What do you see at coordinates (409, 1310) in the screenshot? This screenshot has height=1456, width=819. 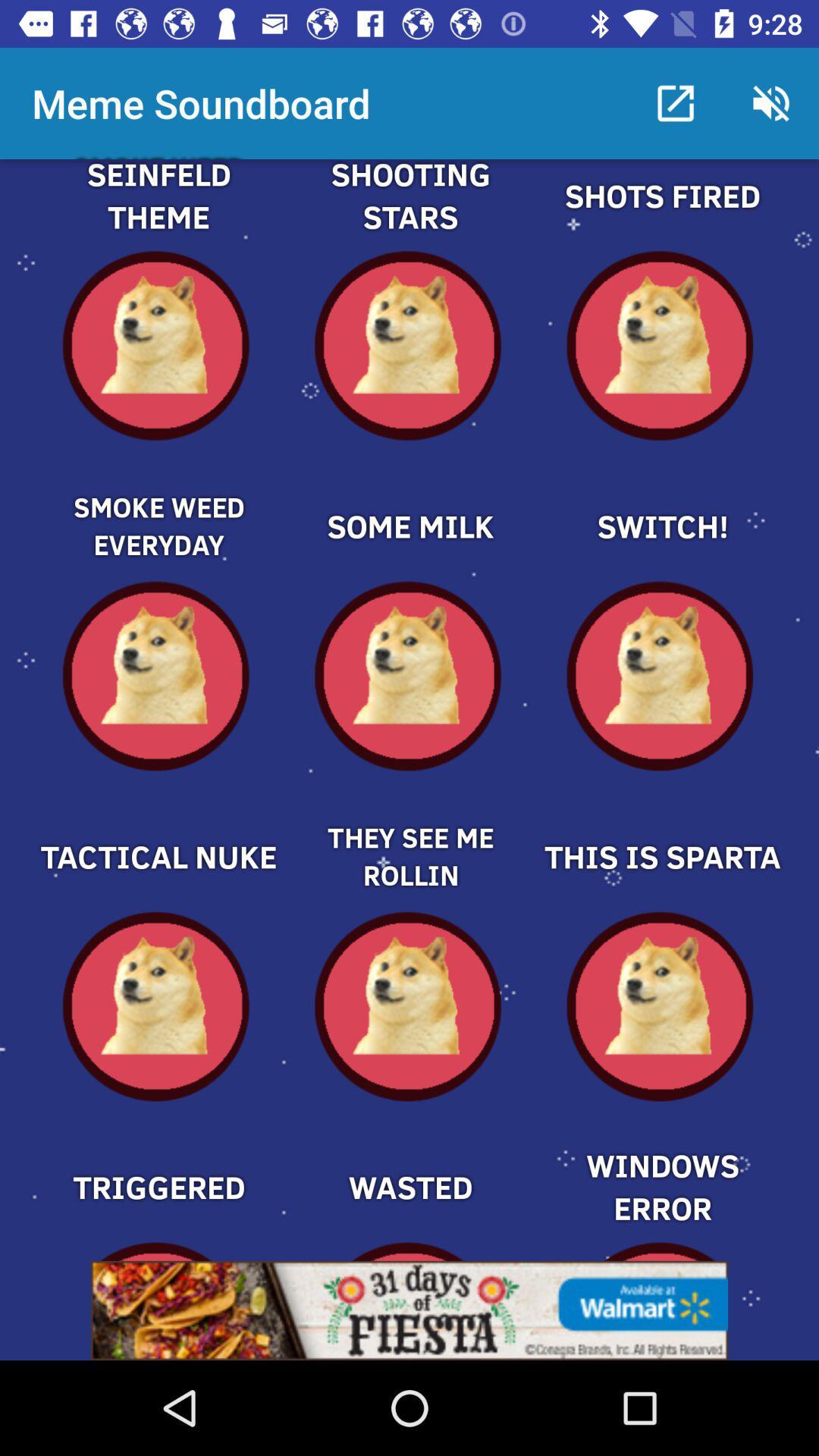 I see `advertisement option` at bounding box center [409, 1310].